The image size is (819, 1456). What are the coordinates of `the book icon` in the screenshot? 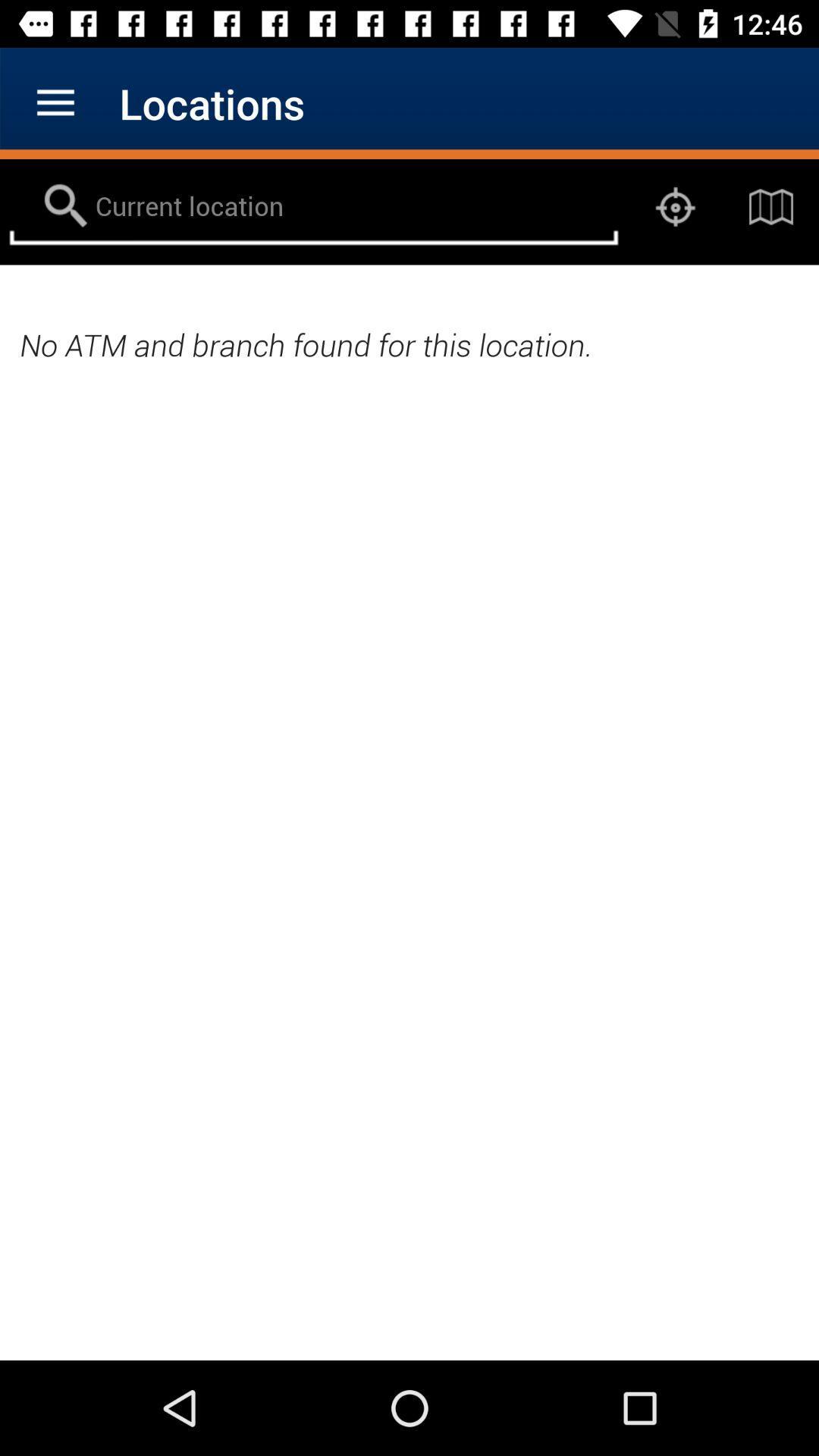 It's located at (771, 206).